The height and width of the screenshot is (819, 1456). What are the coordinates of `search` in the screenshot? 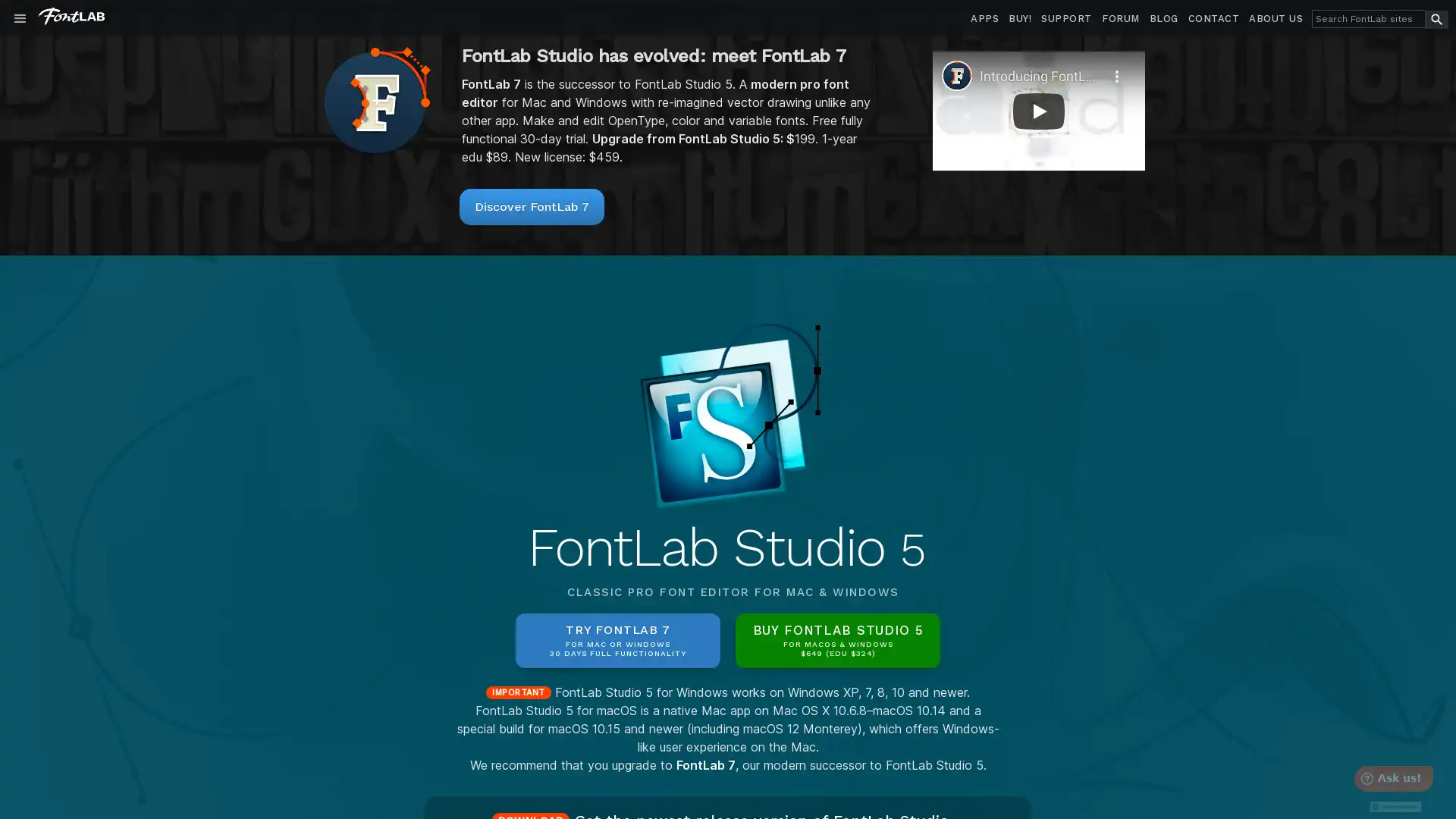 It's located at (1436, 20).